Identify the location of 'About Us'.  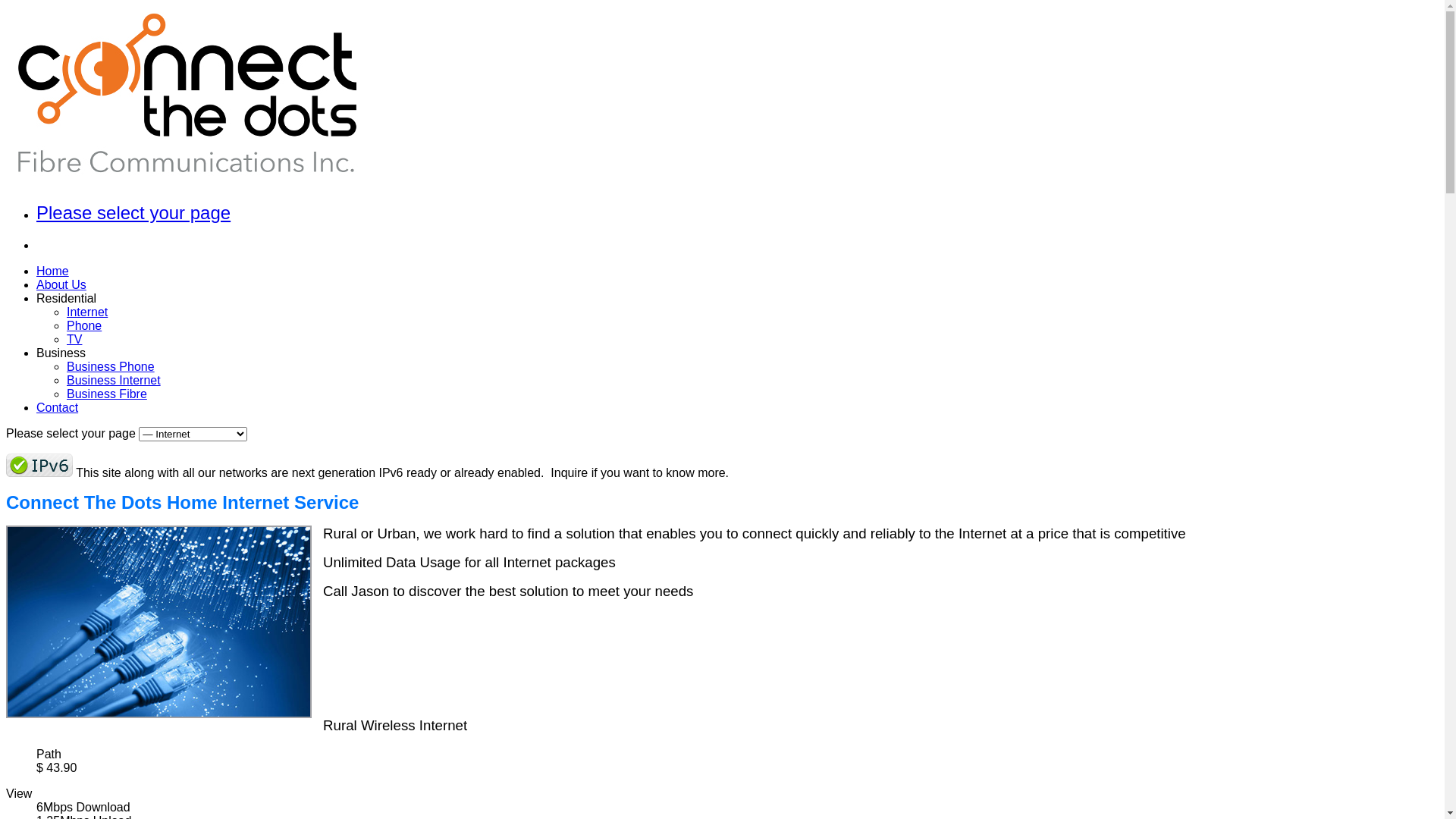
(61, 284).